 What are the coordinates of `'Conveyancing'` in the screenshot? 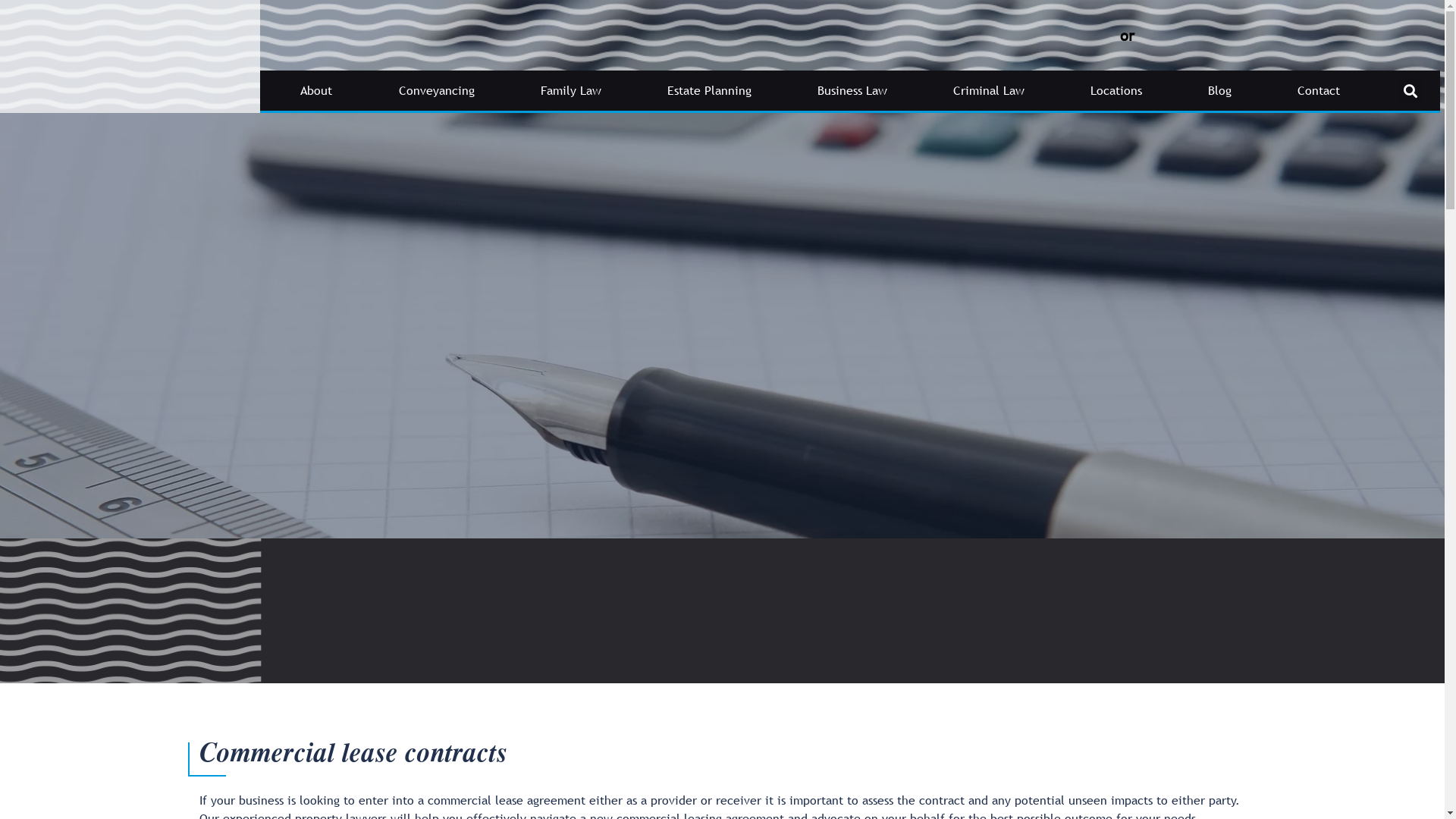 It's located at (435, 90).